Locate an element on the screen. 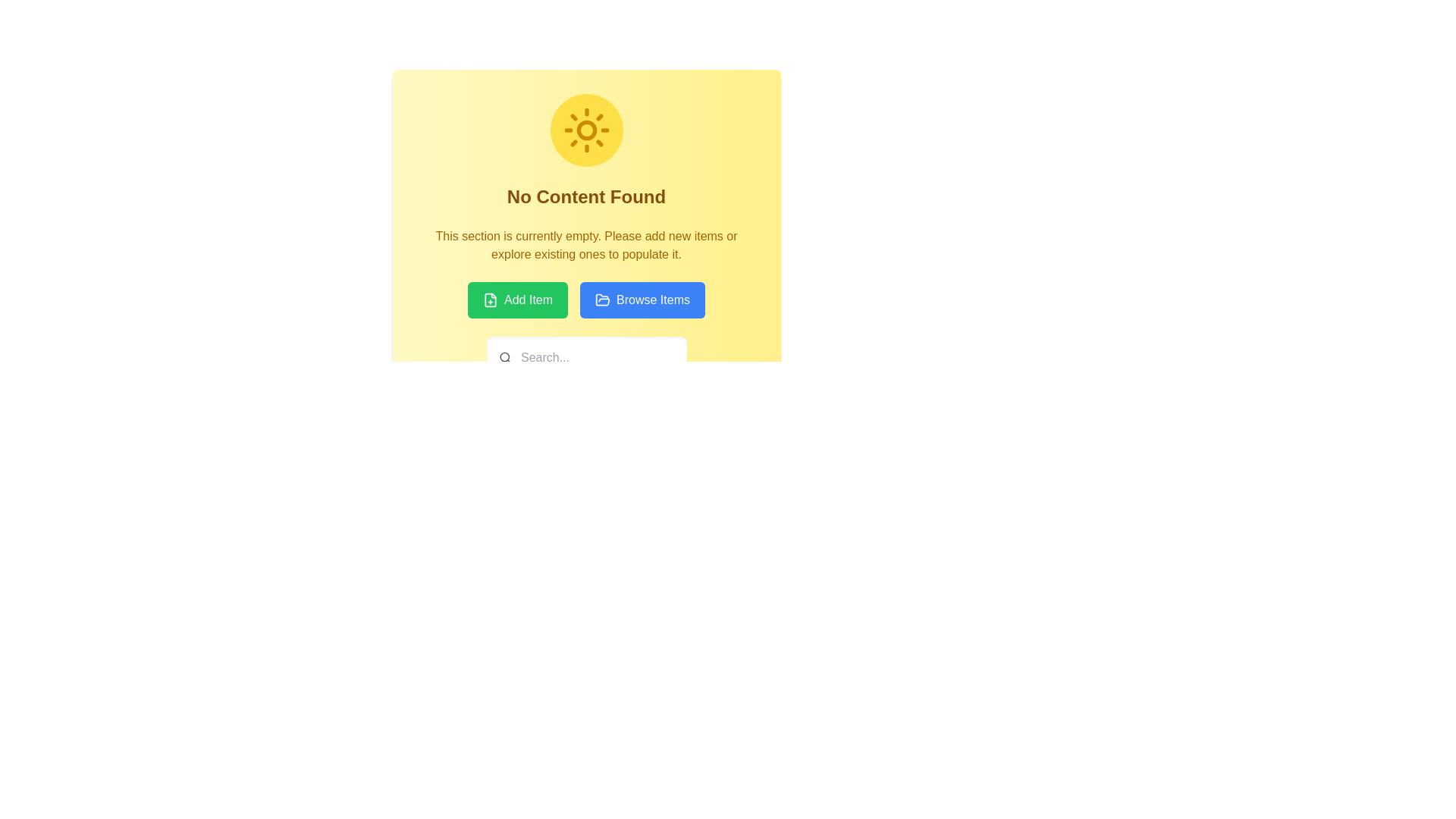  the decorative graphical element within the SVG image that symbolizes an open folder, located near the top-right area of its containing group is located at coordinates (602, 300).